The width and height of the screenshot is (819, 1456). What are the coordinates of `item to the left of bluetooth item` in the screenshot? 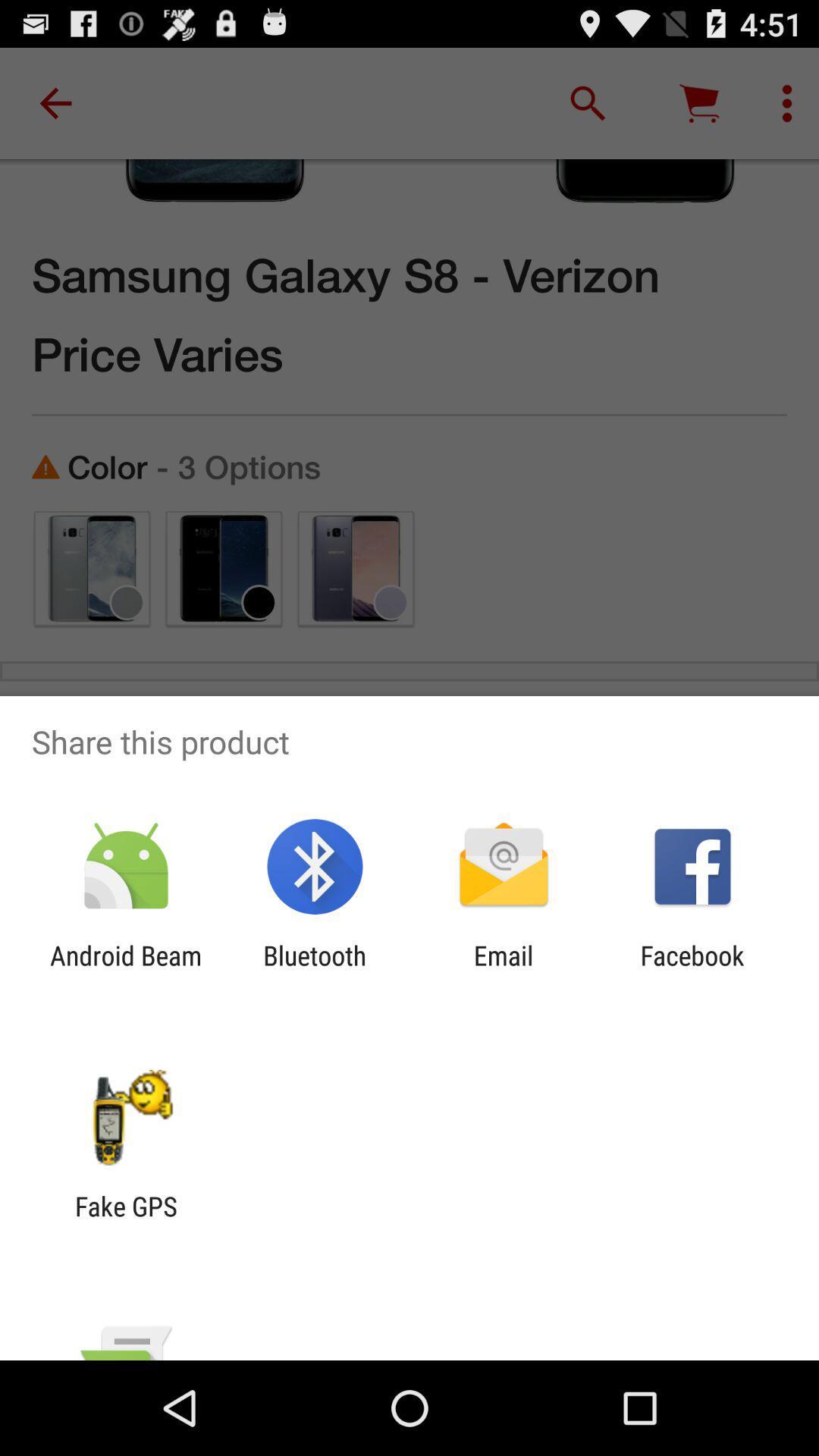 It's located at (125, 971).